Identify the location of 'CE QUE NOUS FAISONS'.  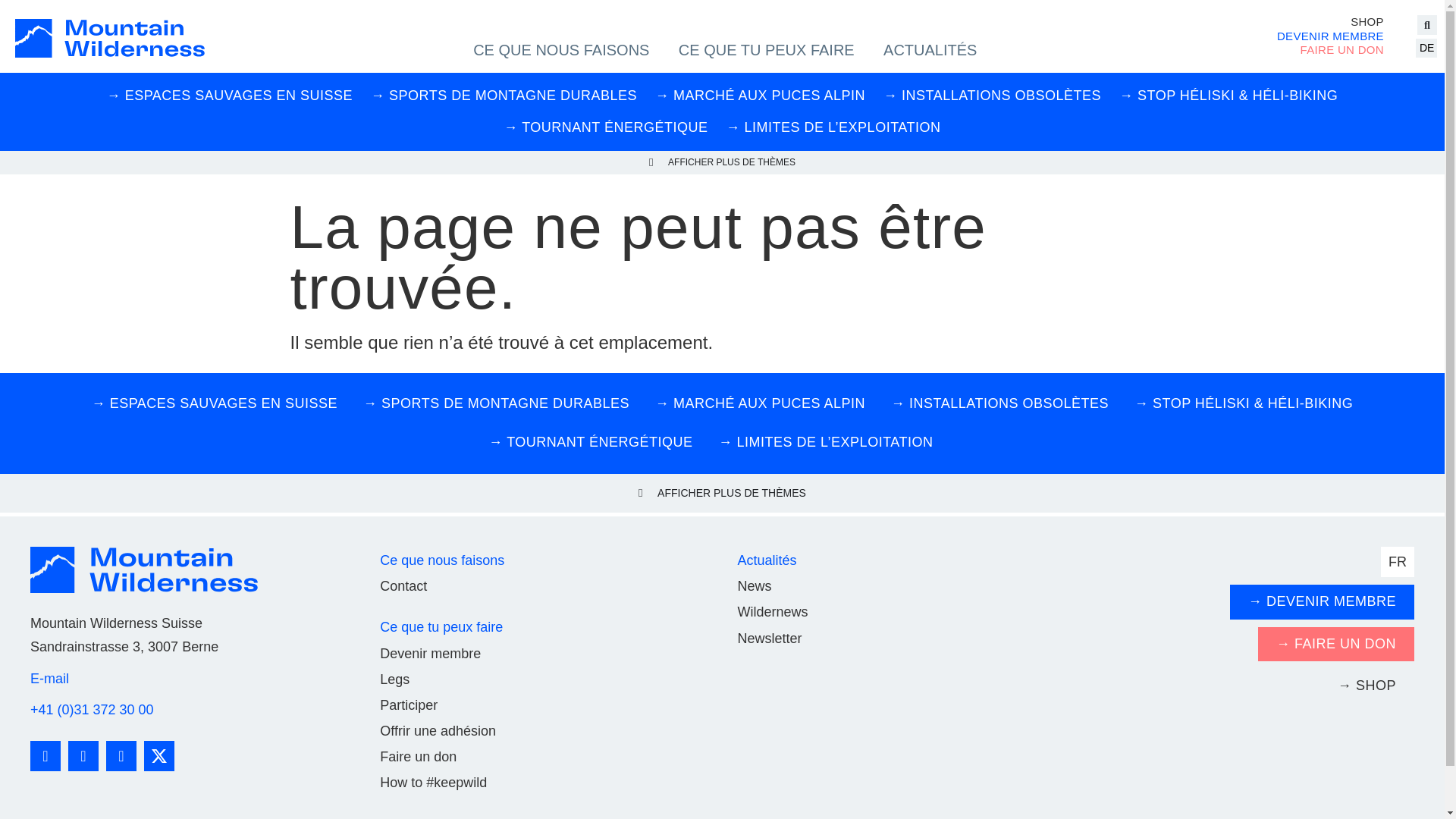
(560, 49).